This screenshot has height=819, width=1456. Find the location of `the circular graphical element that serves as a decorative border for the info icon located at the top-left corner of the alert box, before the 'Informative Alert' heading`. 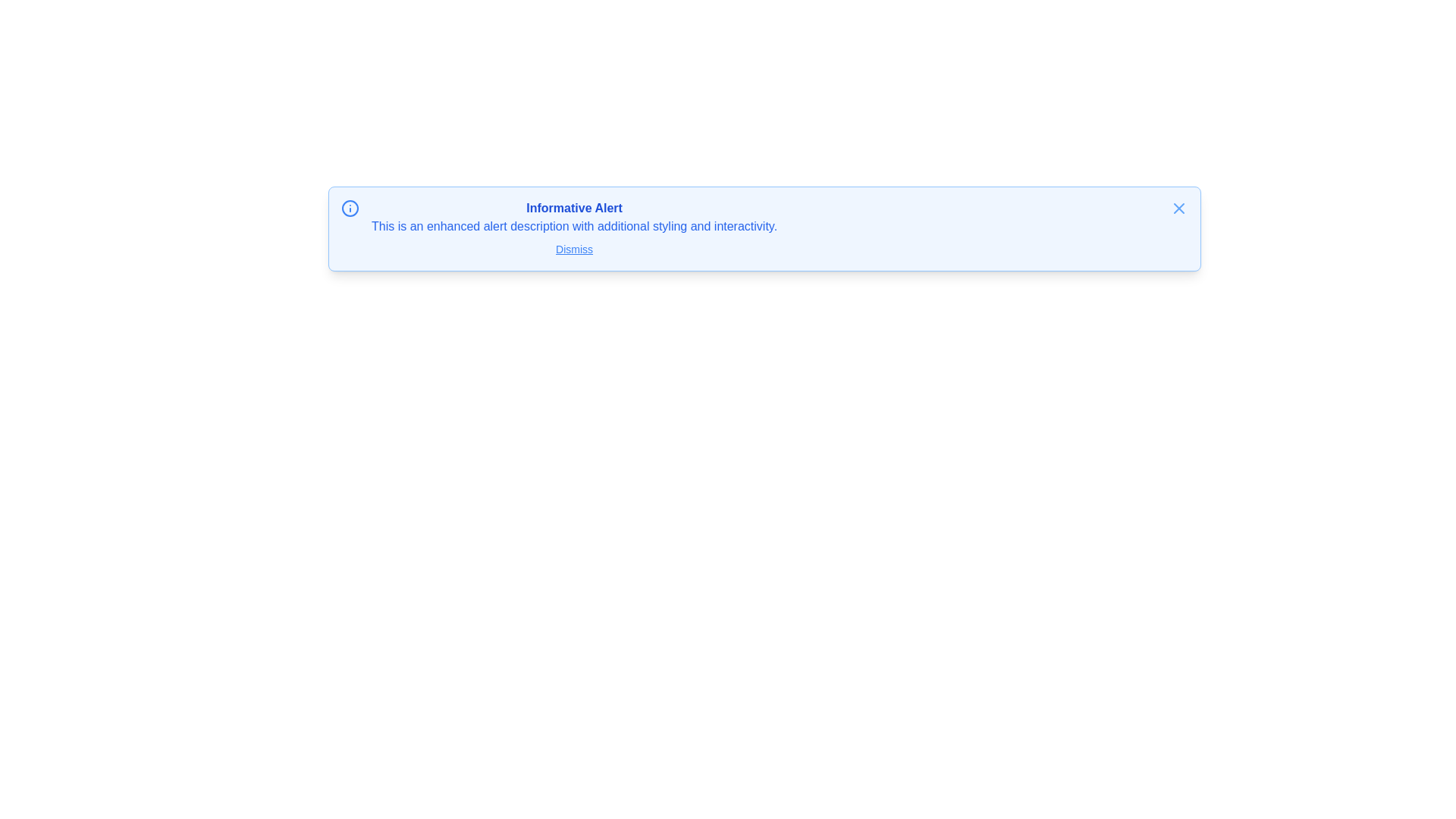

the circular graphical element that serves as a decorative border for the info icon located at the top-left corner of the alert box, before the 'Informative Alert' heading is located at coordinates (349, 208).